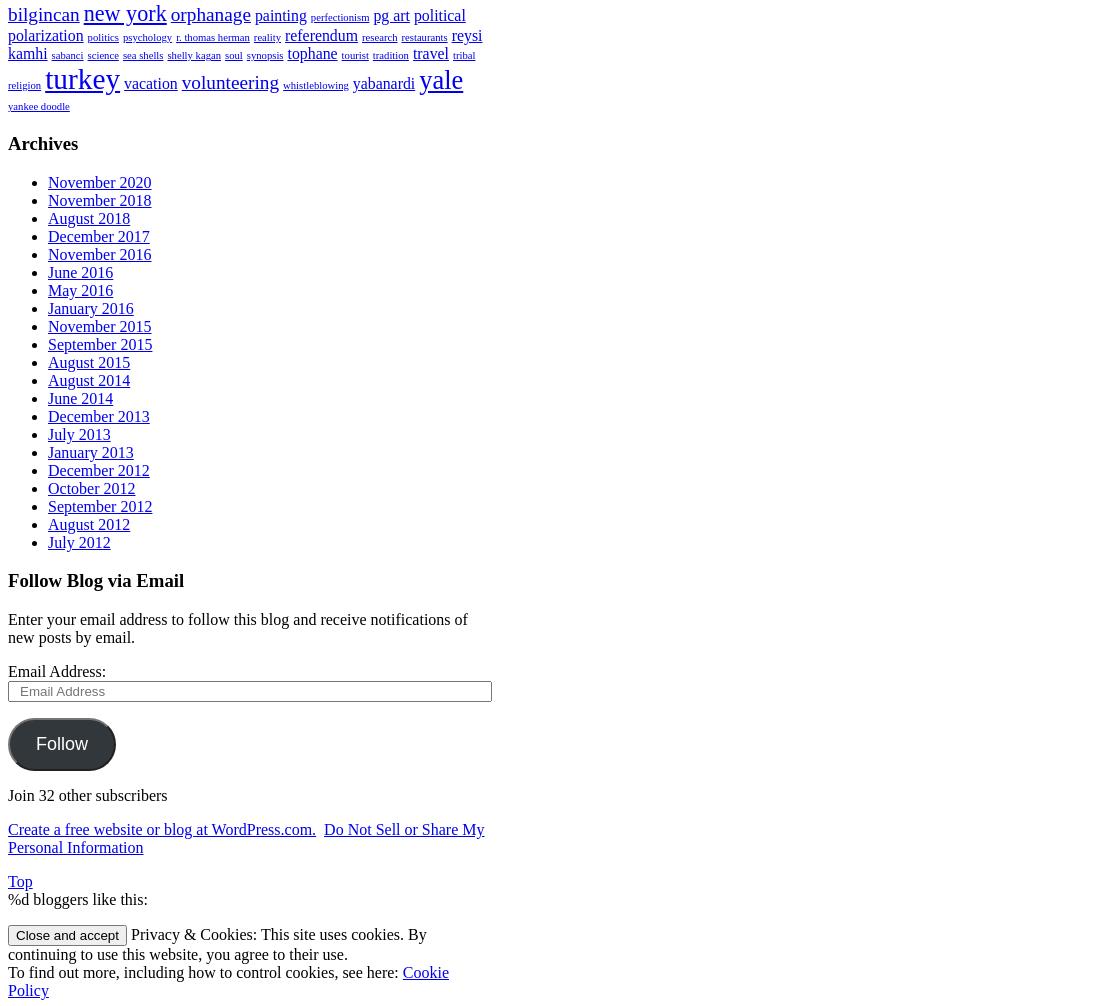  I want to click on 'pg art', so click(390, 15).